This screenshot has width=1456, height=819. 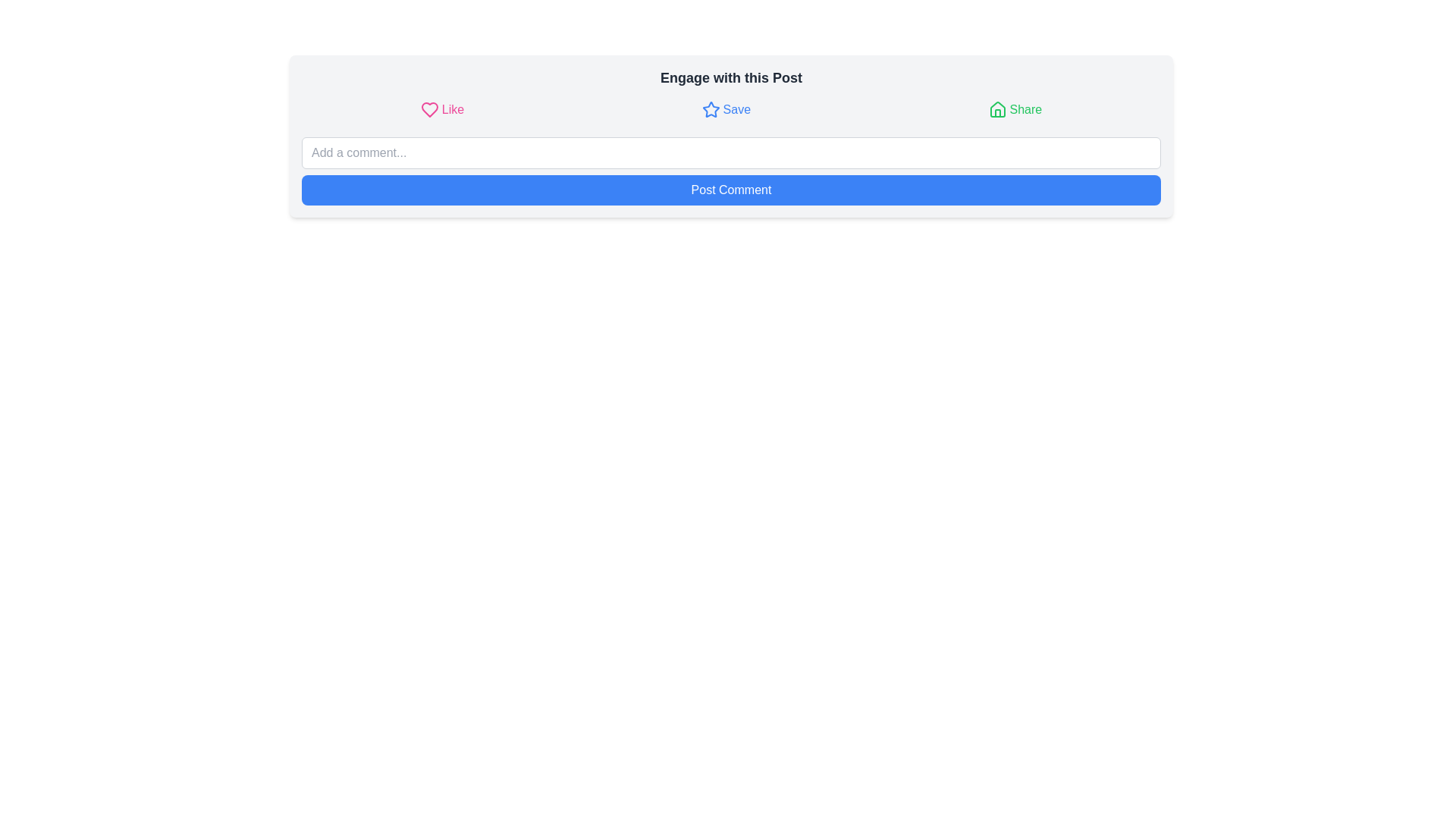 What do you see at coordinates (710, 108) in the screenshot?
I see `the star-shaped icon located at the top center of the interface, positioned between the heart icon and the house icon` at bounding box center [710, 108].